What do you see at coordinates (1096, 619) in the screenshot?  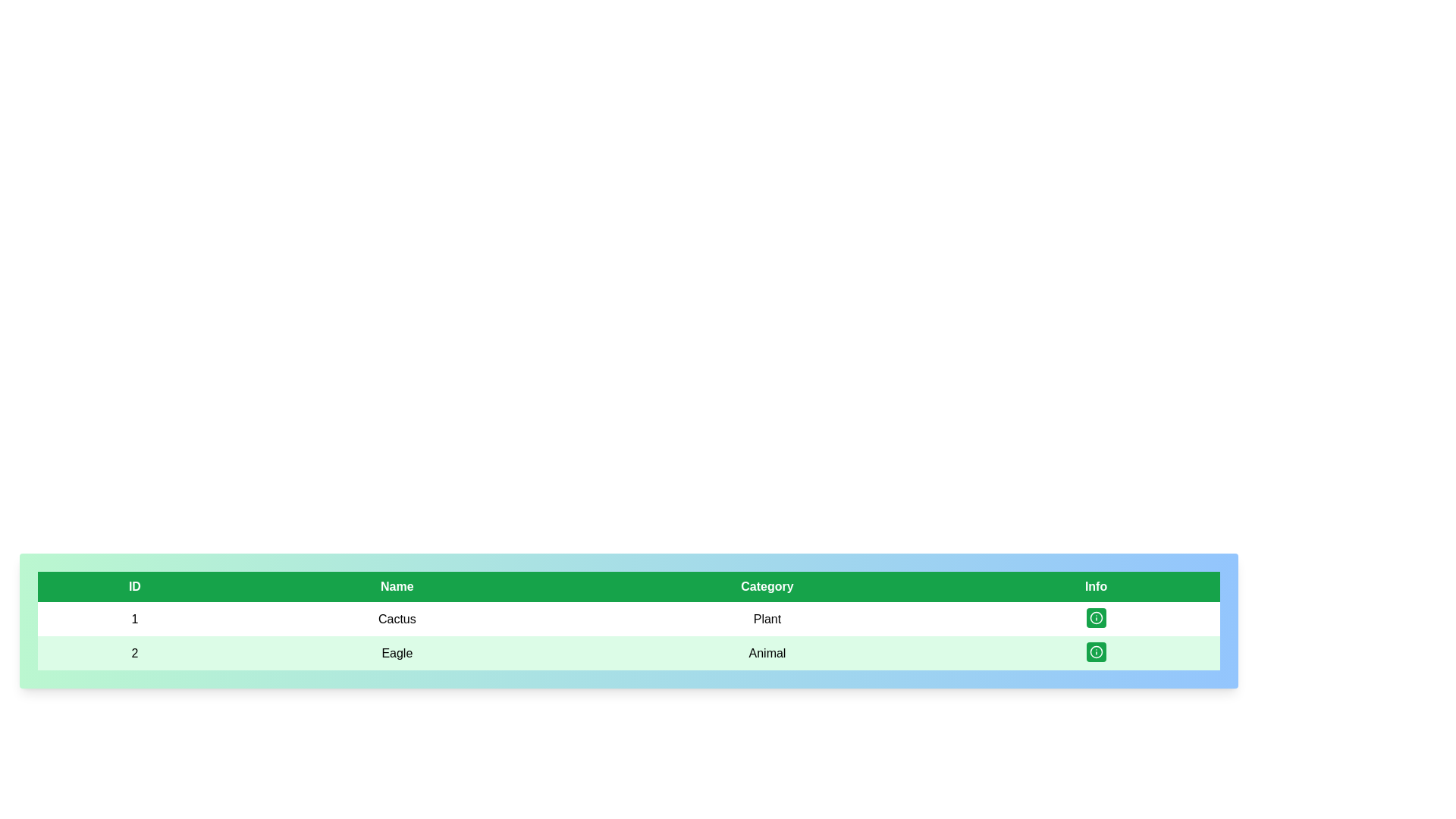 I see `the Icon button in the 'Info' column of the first row, which displays more information about the 'Cactus' in the 'Plant' category` at bounding box center [1096, 619].